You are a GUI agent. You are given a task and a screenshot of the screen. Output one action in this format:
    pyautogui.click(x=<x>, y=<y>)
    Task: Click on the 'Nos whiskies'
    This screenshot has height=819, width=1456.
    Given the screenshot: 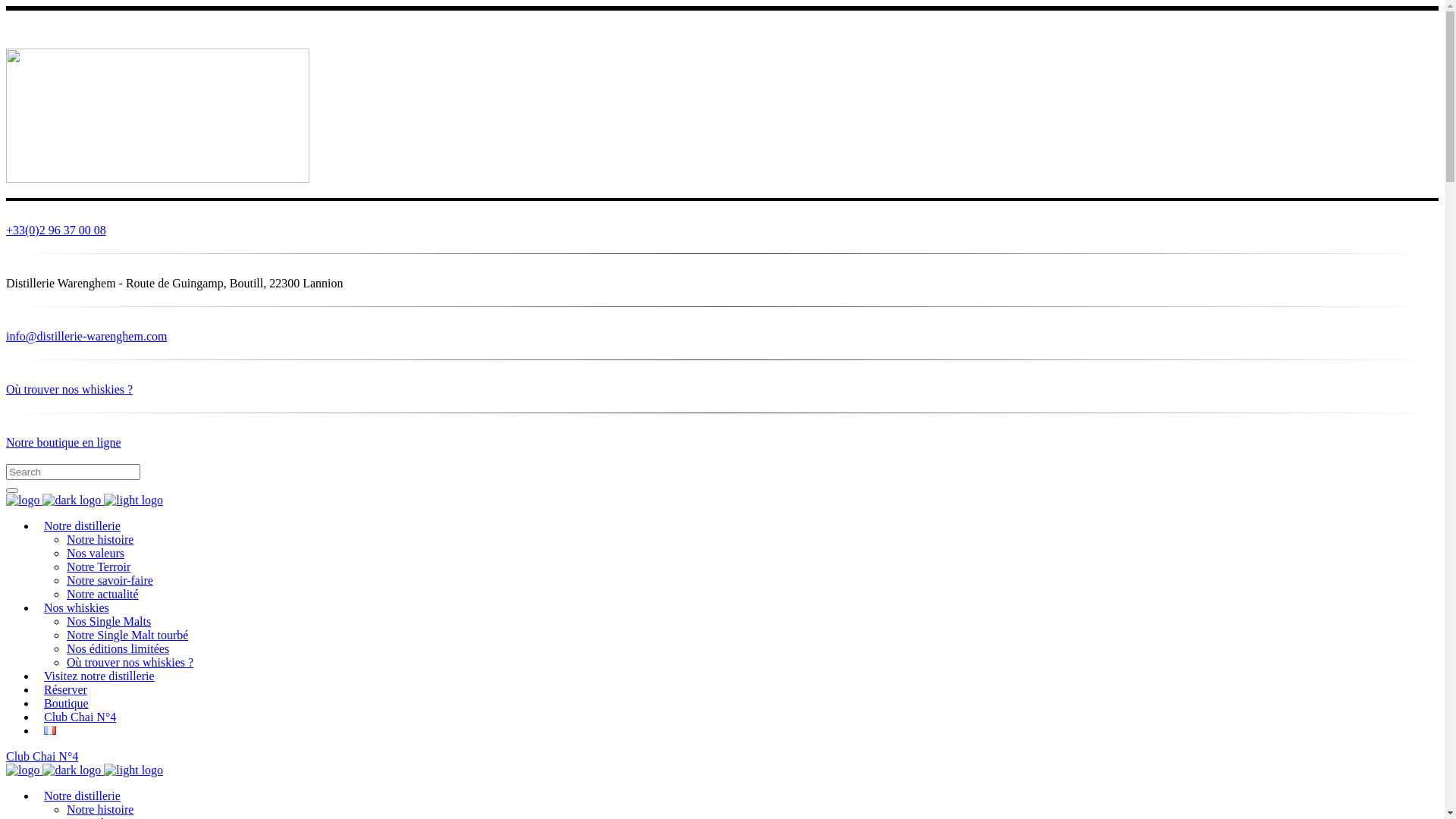 What is the action you would take?
    pyautogui.click(x=75, y=607)
    